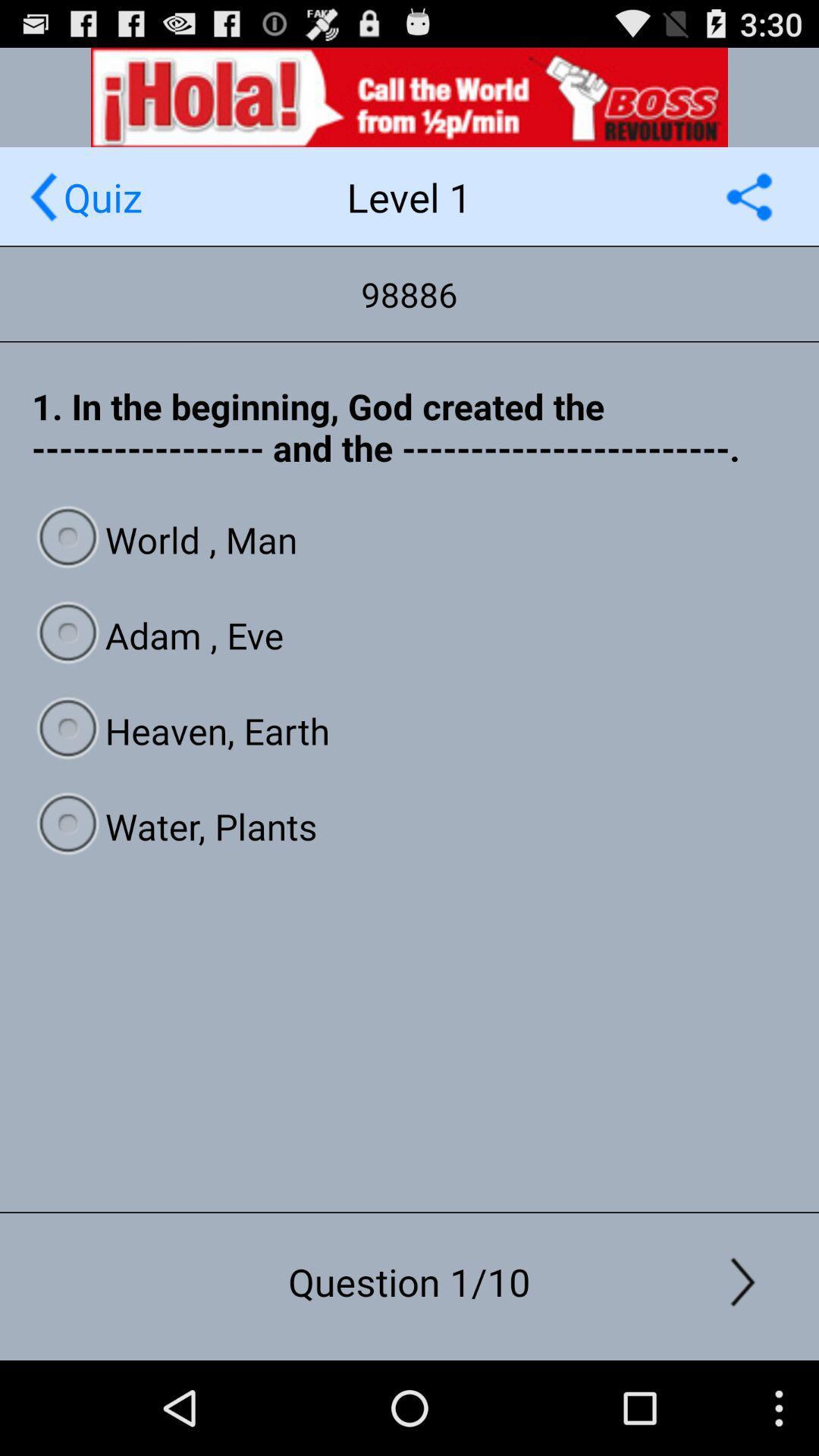  Describe the element at coordinates (748, 196) in the screenshot. I see `share option` at that location.